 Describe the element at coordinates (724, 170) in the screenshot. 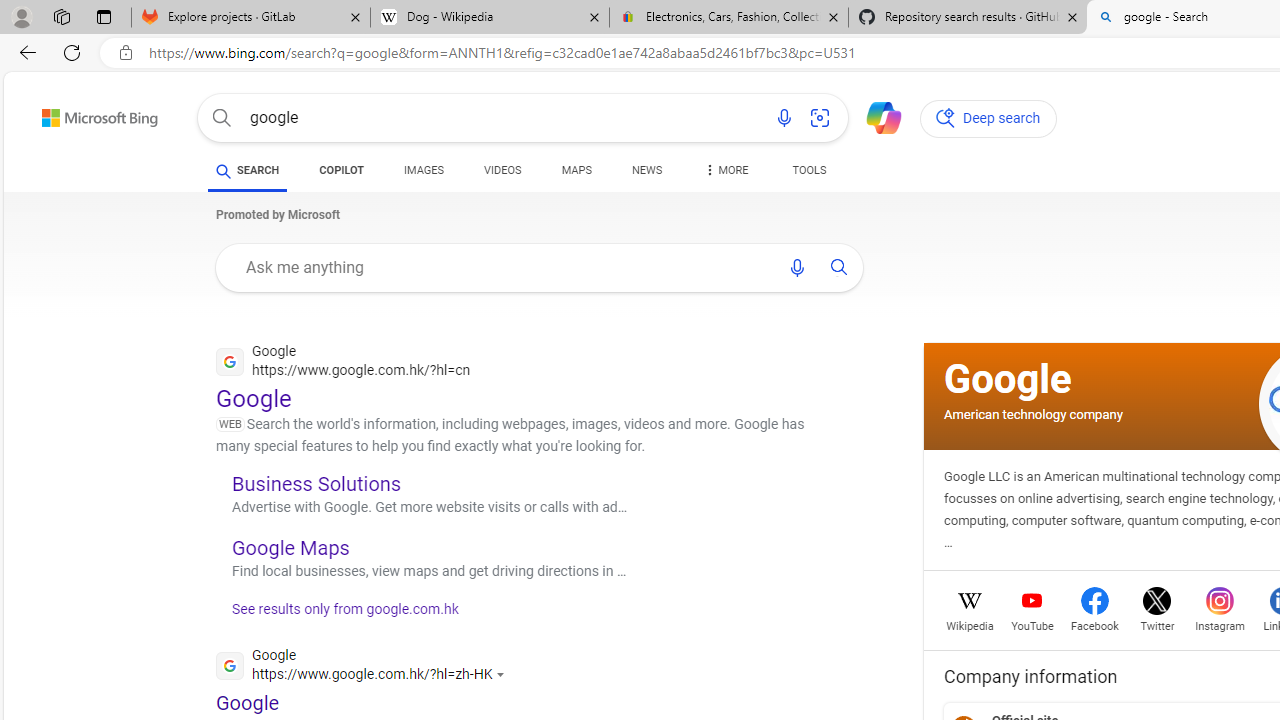

I see `'Dropdown Menu'` at that location.